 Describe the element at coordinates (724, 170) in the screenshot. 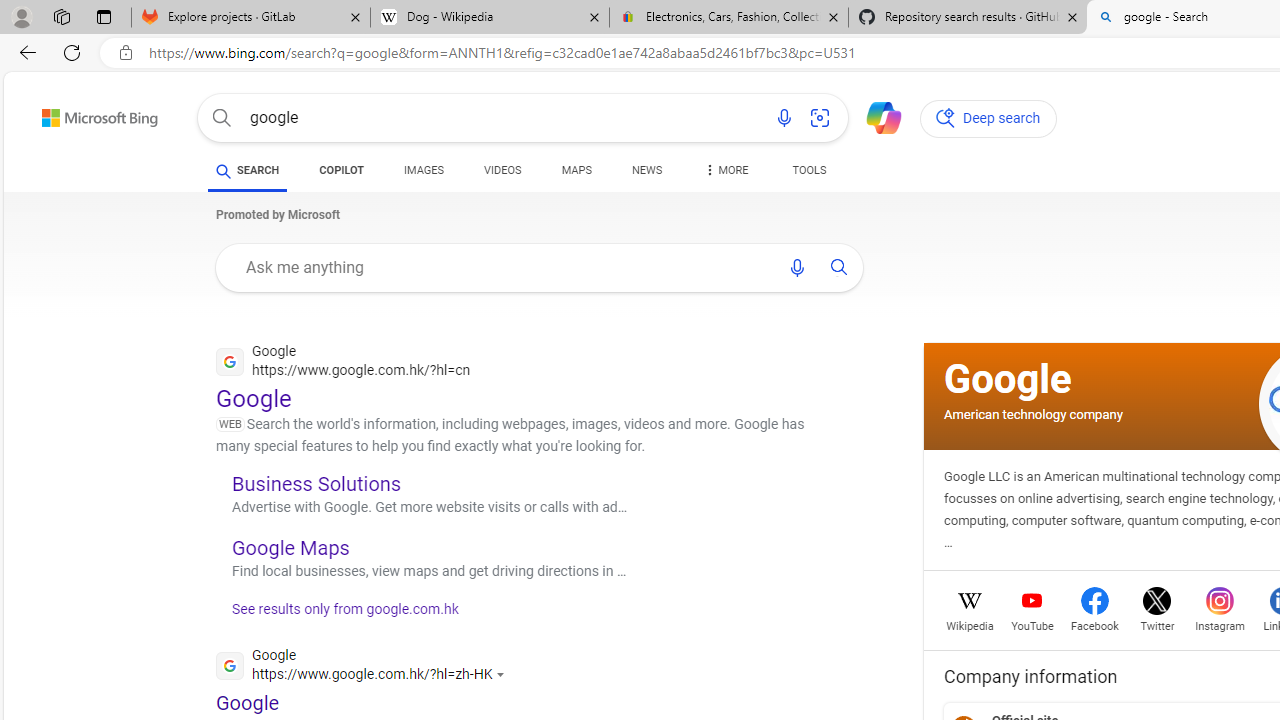

I see `'Dropdown Menu'` at that location.